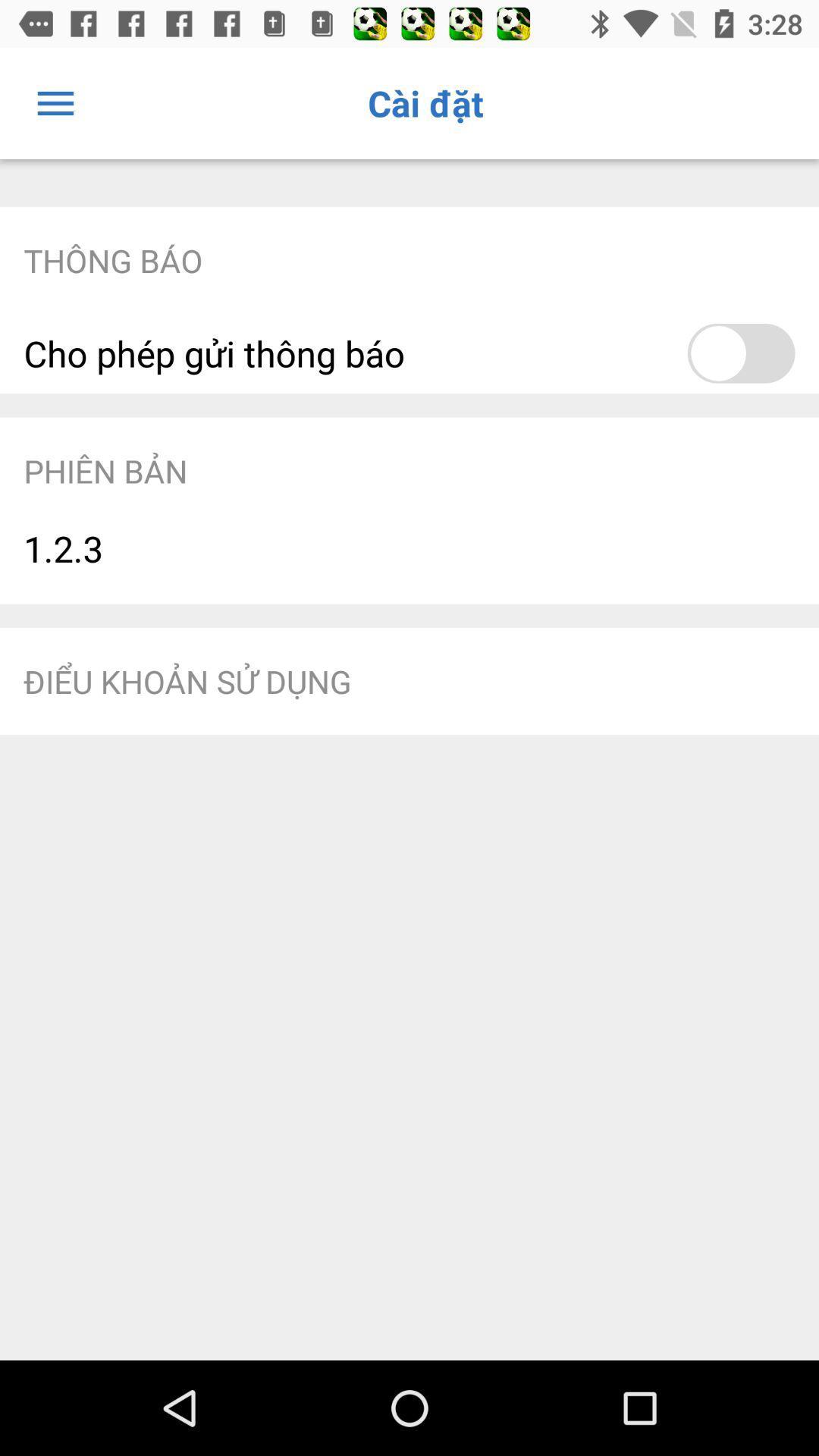  I want to click on icon at the top left corner, so click(55, 102).